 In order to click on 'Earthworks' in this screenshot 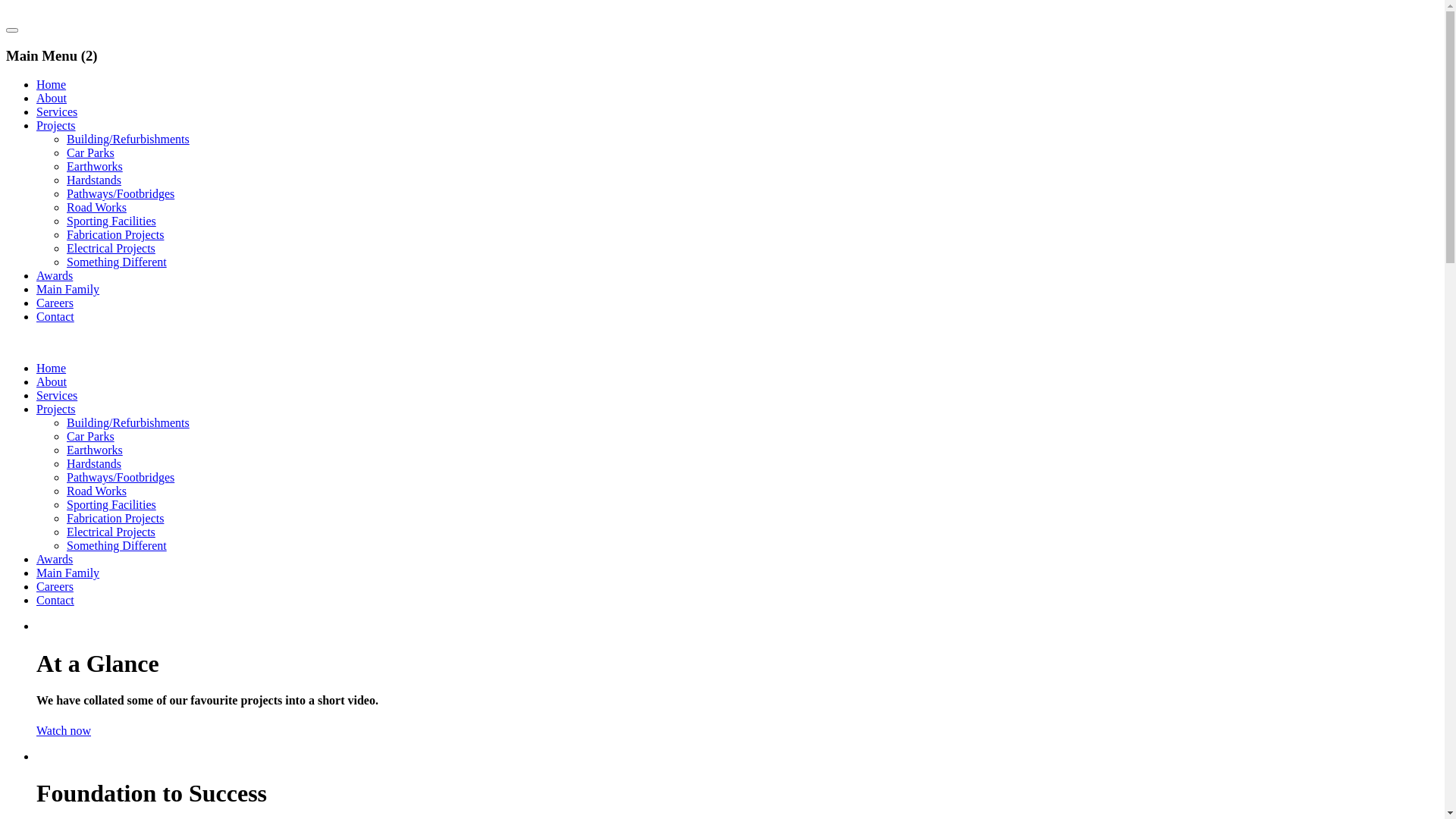, I will do `click(65, 449)`.